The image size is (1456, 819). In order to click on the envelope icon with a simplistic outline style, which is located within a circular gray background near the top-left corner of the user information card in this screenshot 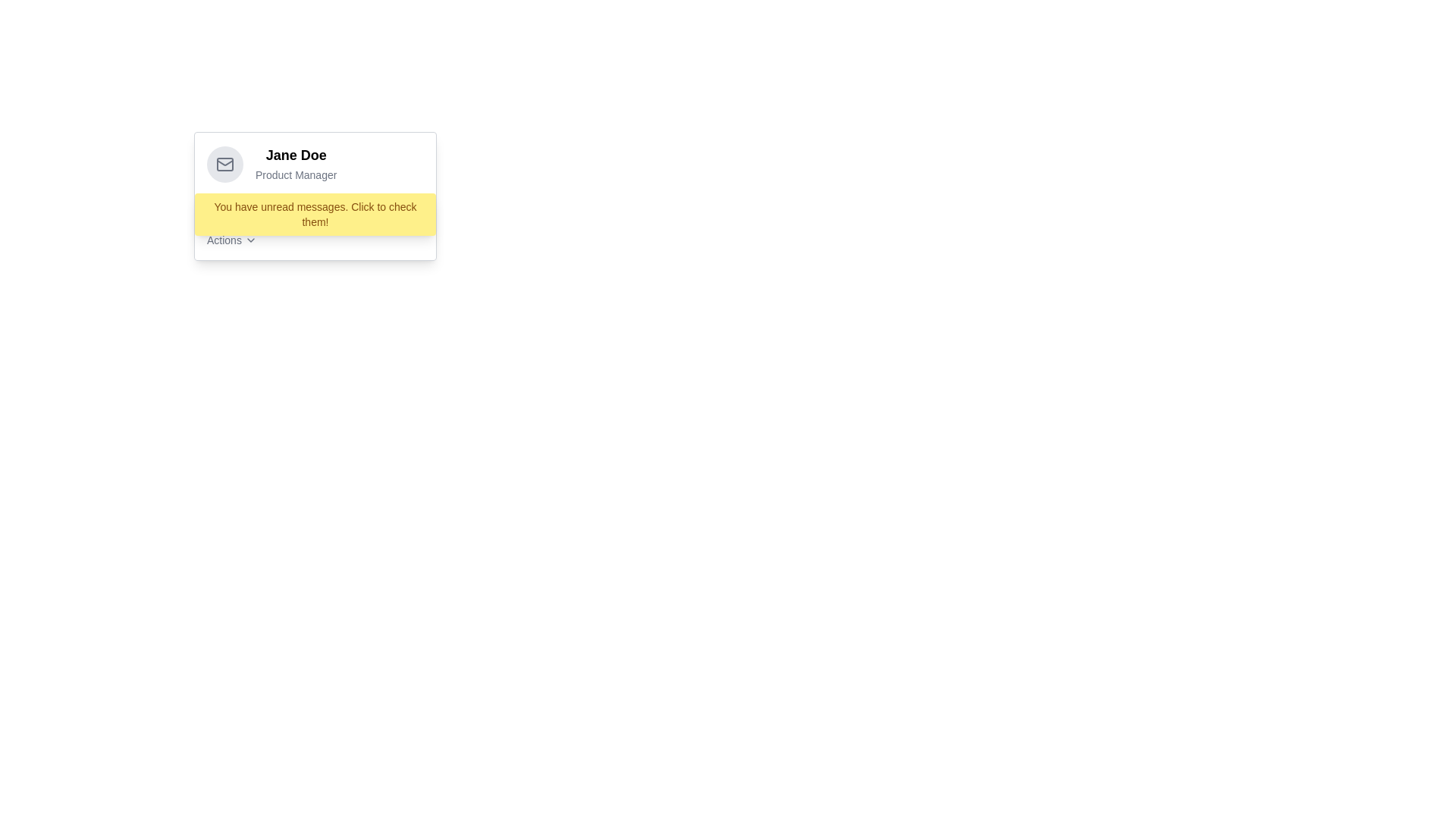, I will do `click(224, 164)`.